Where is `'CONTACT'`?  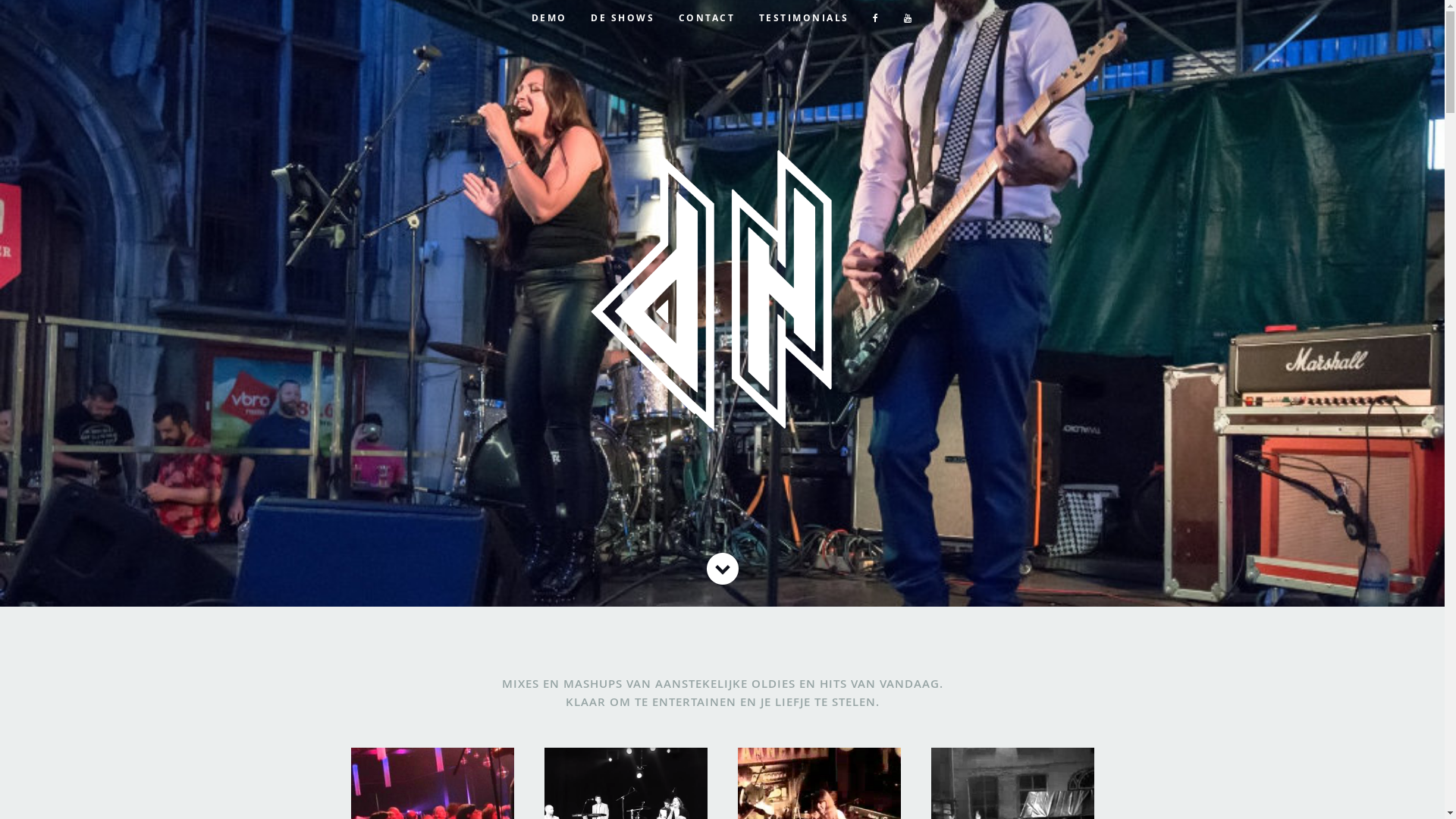
'CONTACT' is located at coordinates (706, 17).